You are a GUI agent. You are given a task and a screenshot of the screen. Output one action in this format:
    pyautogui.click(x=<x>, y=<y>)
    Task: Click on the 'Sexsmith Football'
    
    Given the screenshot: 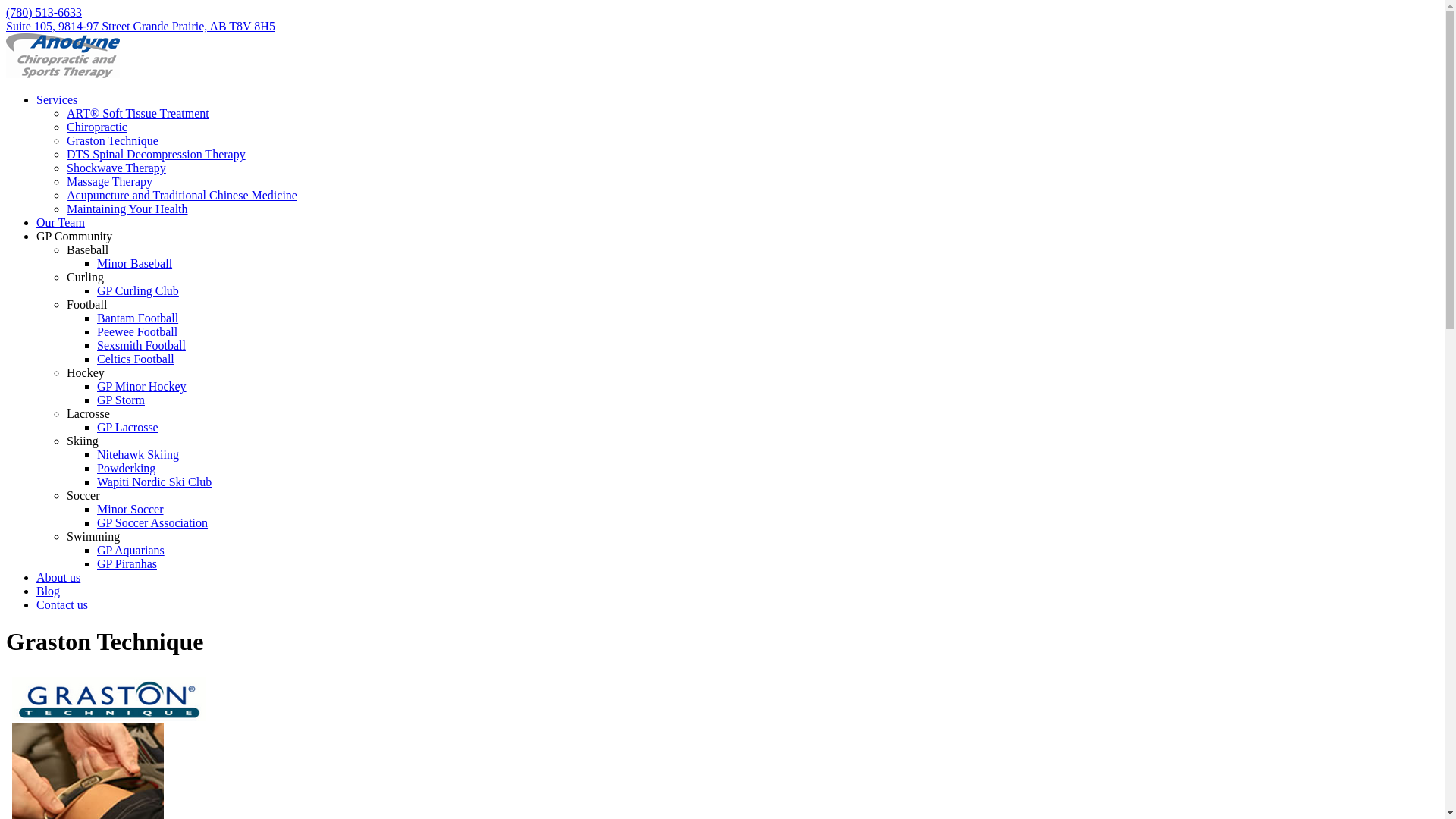 What is the action you would take?
    pyautogui.click(x=141, y=345)
    